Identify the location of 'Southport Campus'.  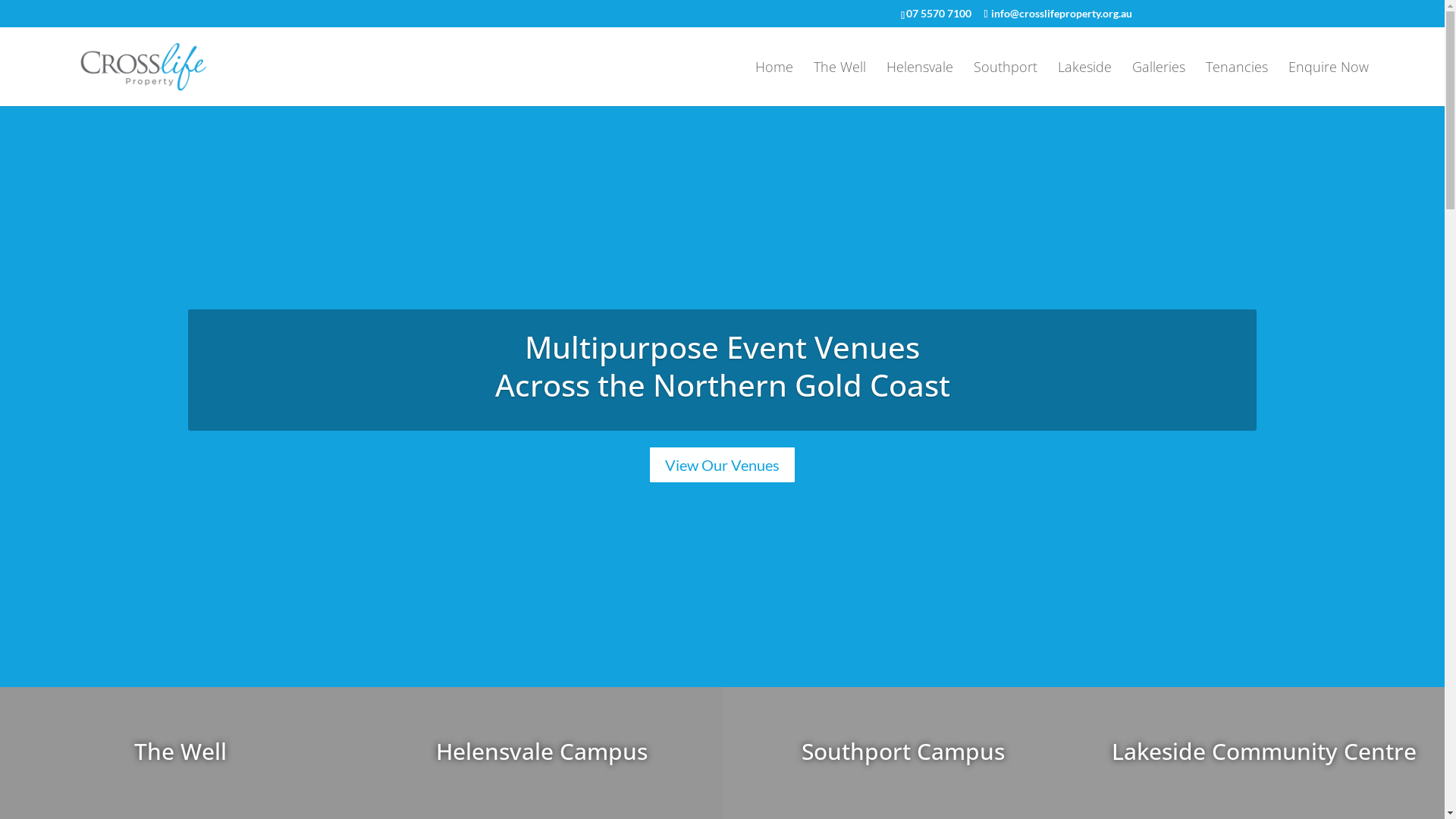
(902, 751).